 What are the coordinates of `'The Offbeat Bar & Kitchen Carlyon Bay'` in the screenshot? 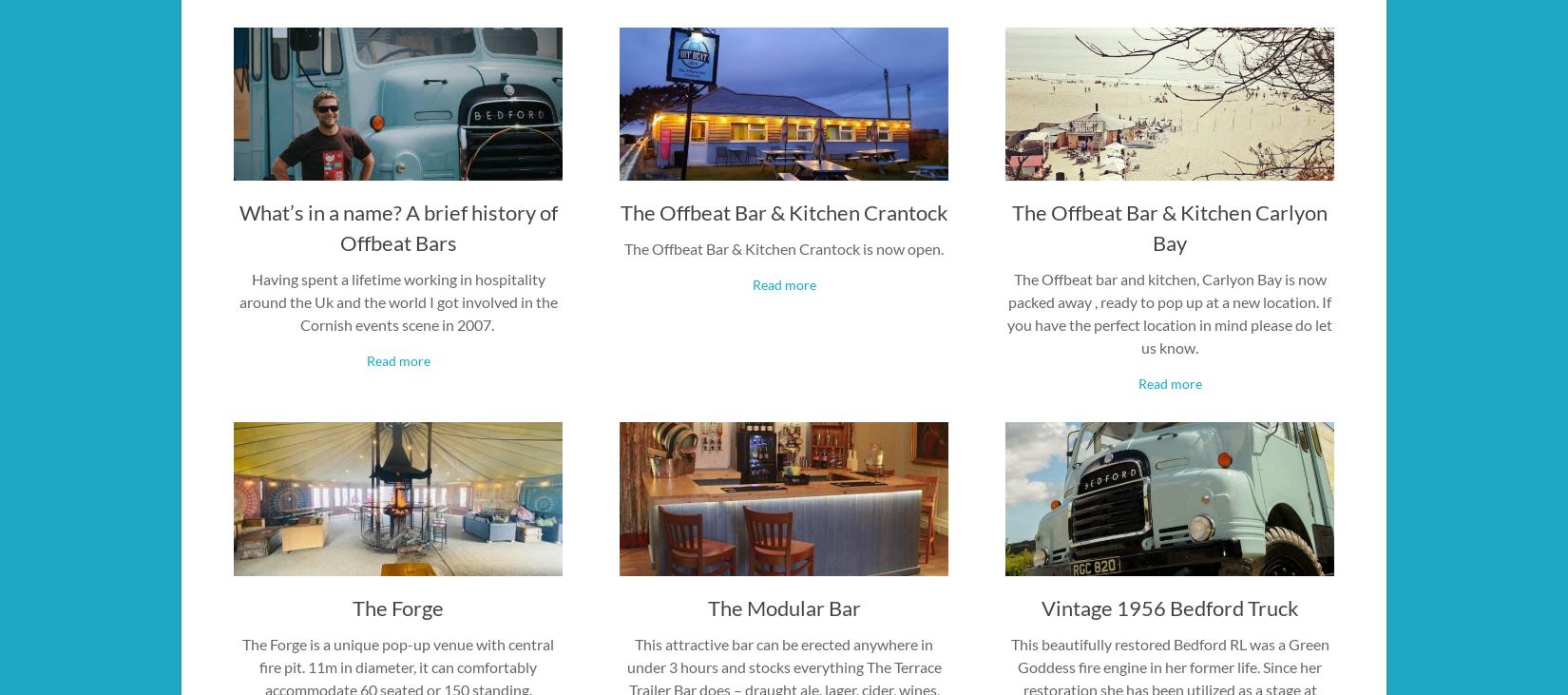 It's located at (1170, 227).